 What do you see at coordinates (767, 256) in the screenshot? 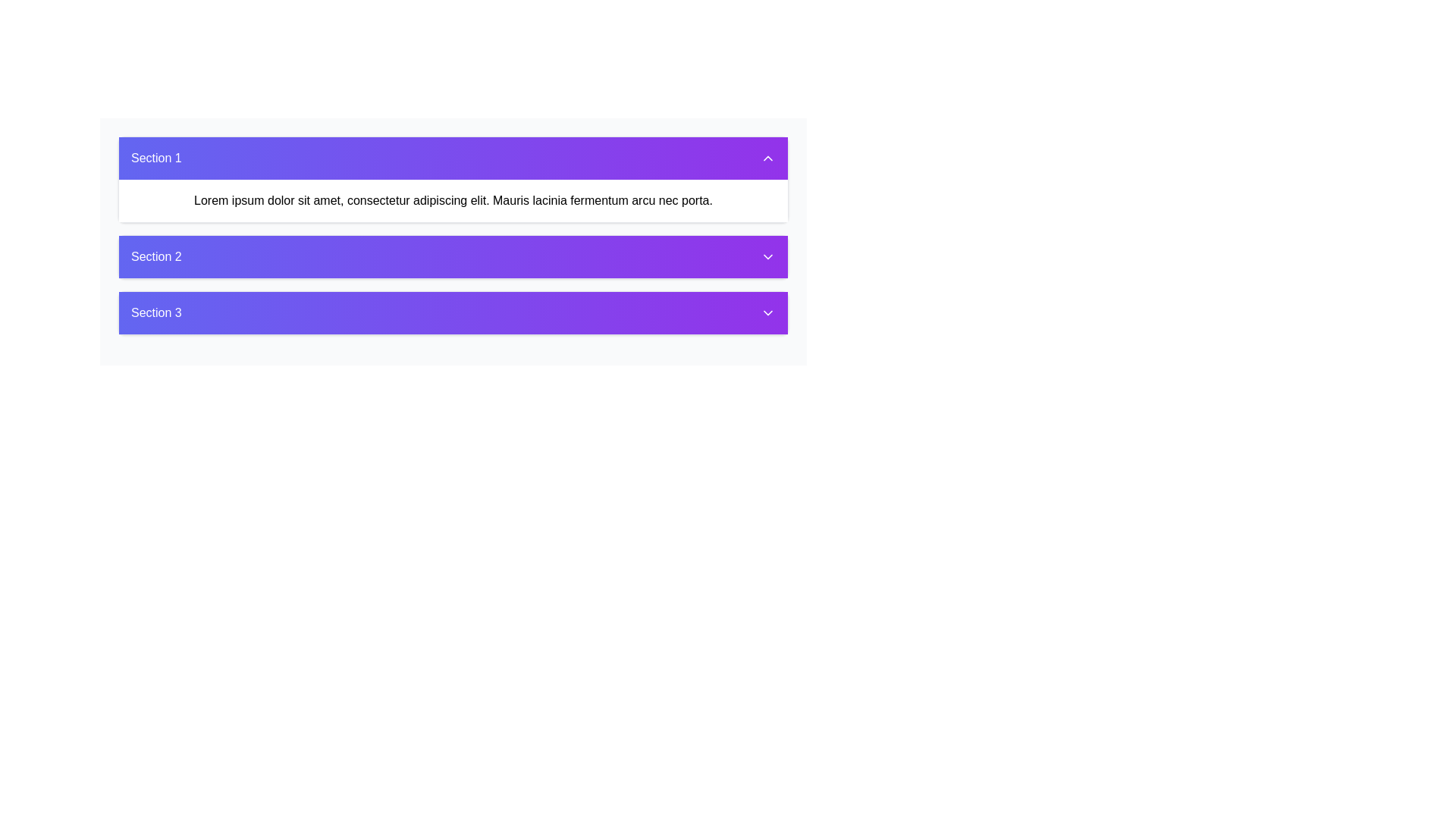
I see `the Dropdown indicator icon located in the header of 'Section 2'` at bounding box center [767, 256].